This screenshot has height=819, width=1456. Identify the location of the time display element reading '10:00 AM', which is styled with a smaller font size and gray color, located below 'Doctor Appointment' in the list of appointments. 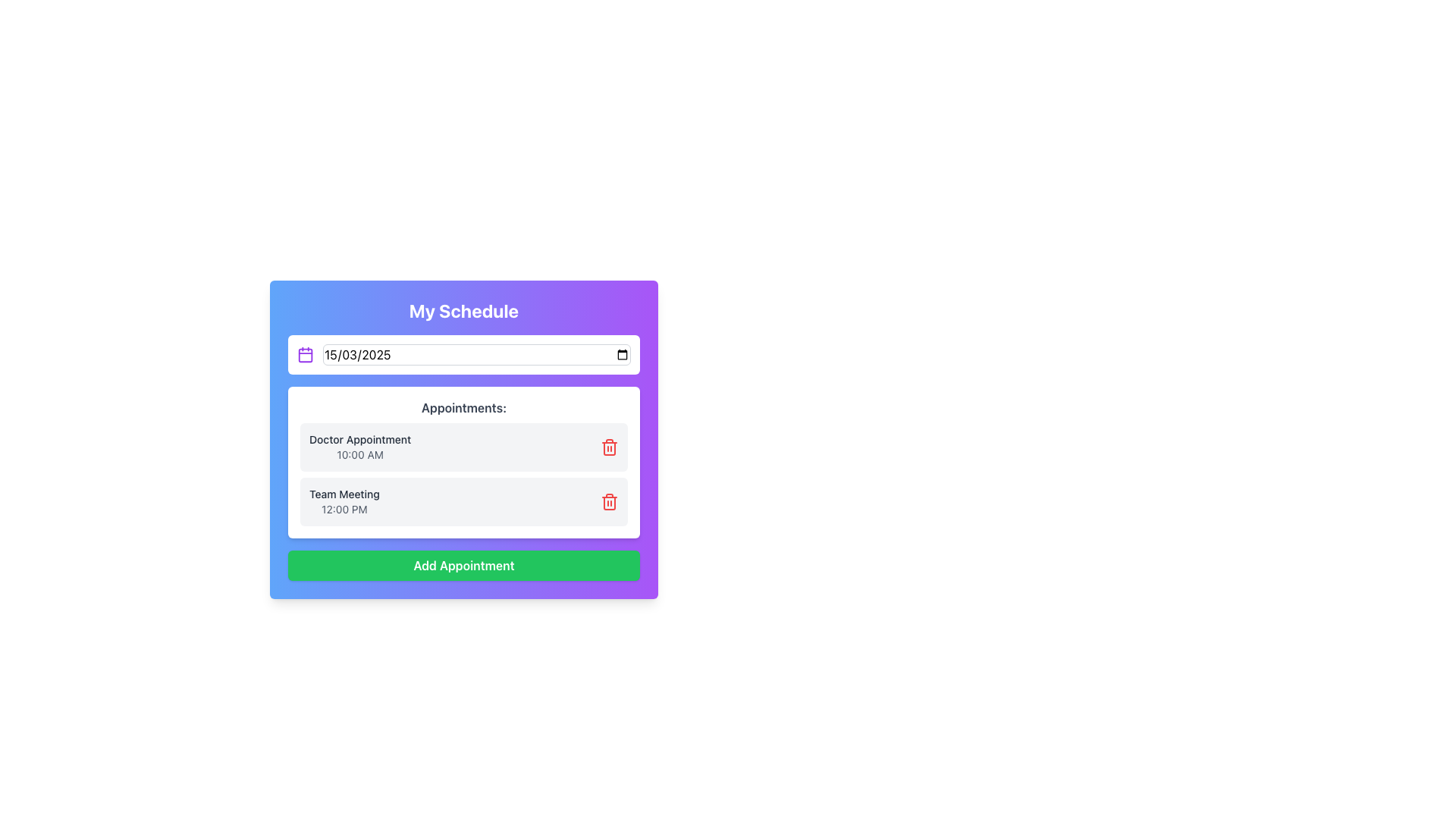
(359, 454).